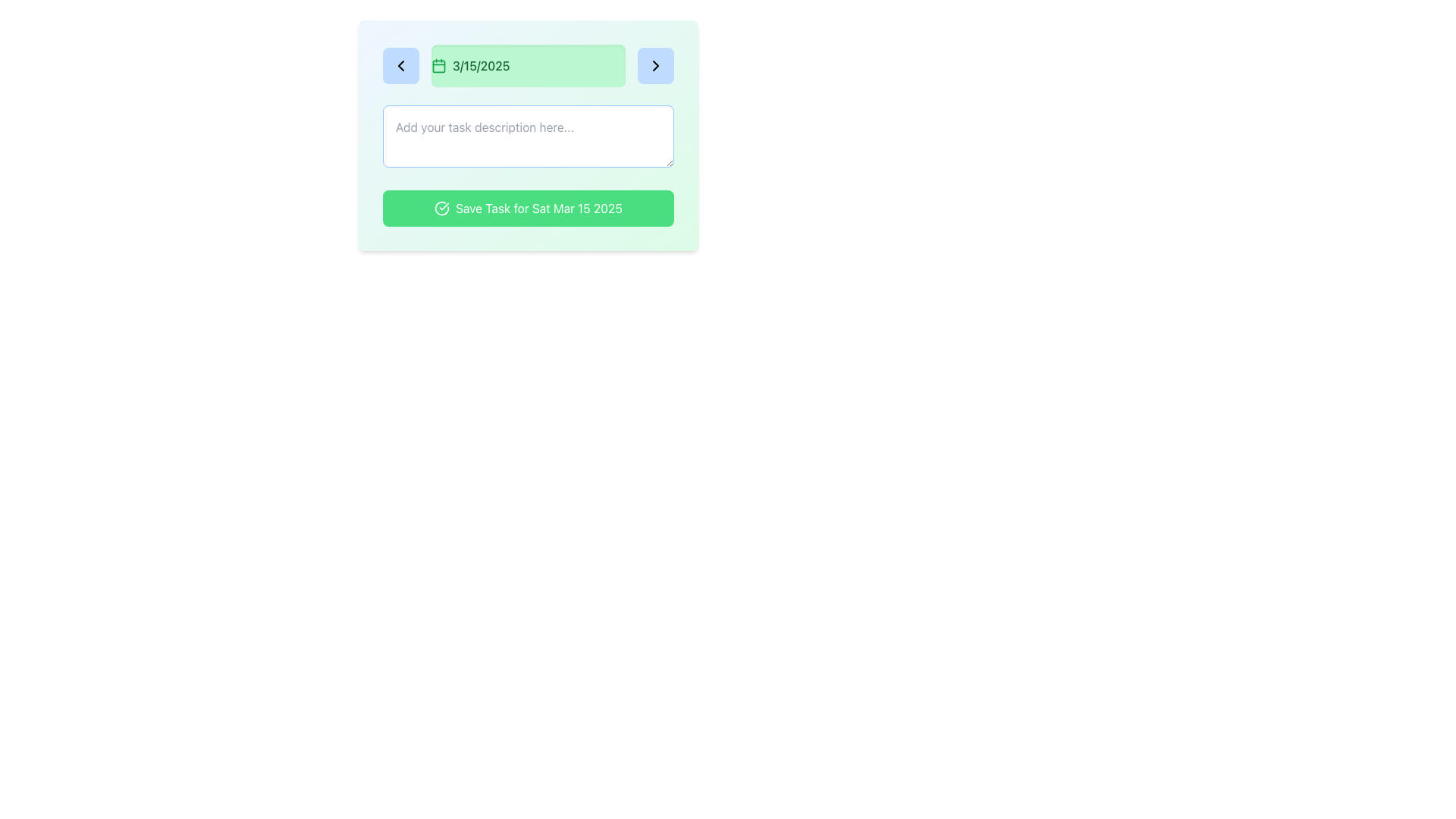 The image size is (1456, 819). I want to click on the save task icon located at the far-left side of the green rectangular button labeled 'Save Task for Sat Mar 15 2025', so click(441, 208).